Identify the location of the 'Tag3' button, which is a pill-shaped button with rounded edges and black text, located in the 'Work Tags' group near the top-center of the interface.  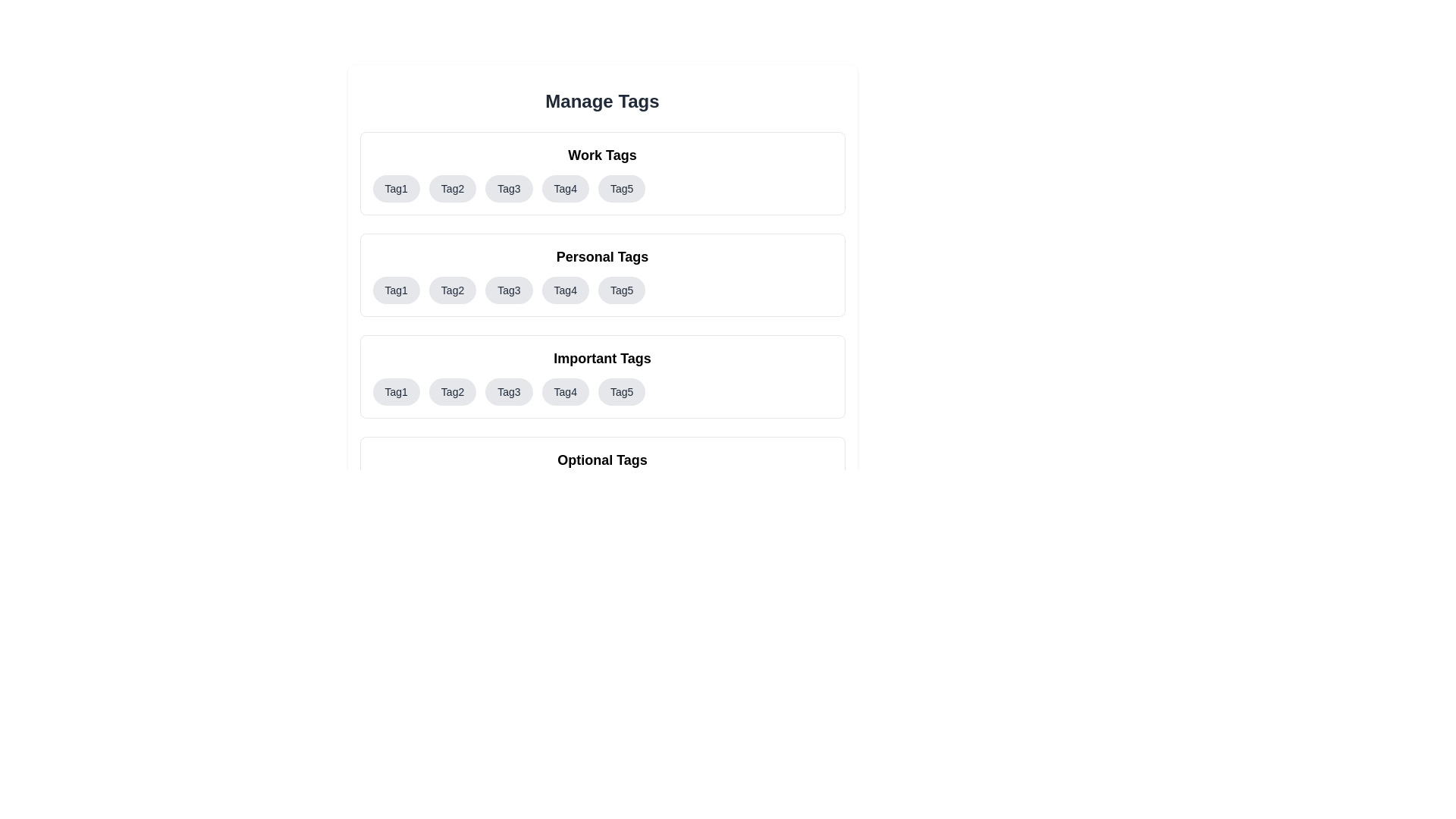
(509, 188).